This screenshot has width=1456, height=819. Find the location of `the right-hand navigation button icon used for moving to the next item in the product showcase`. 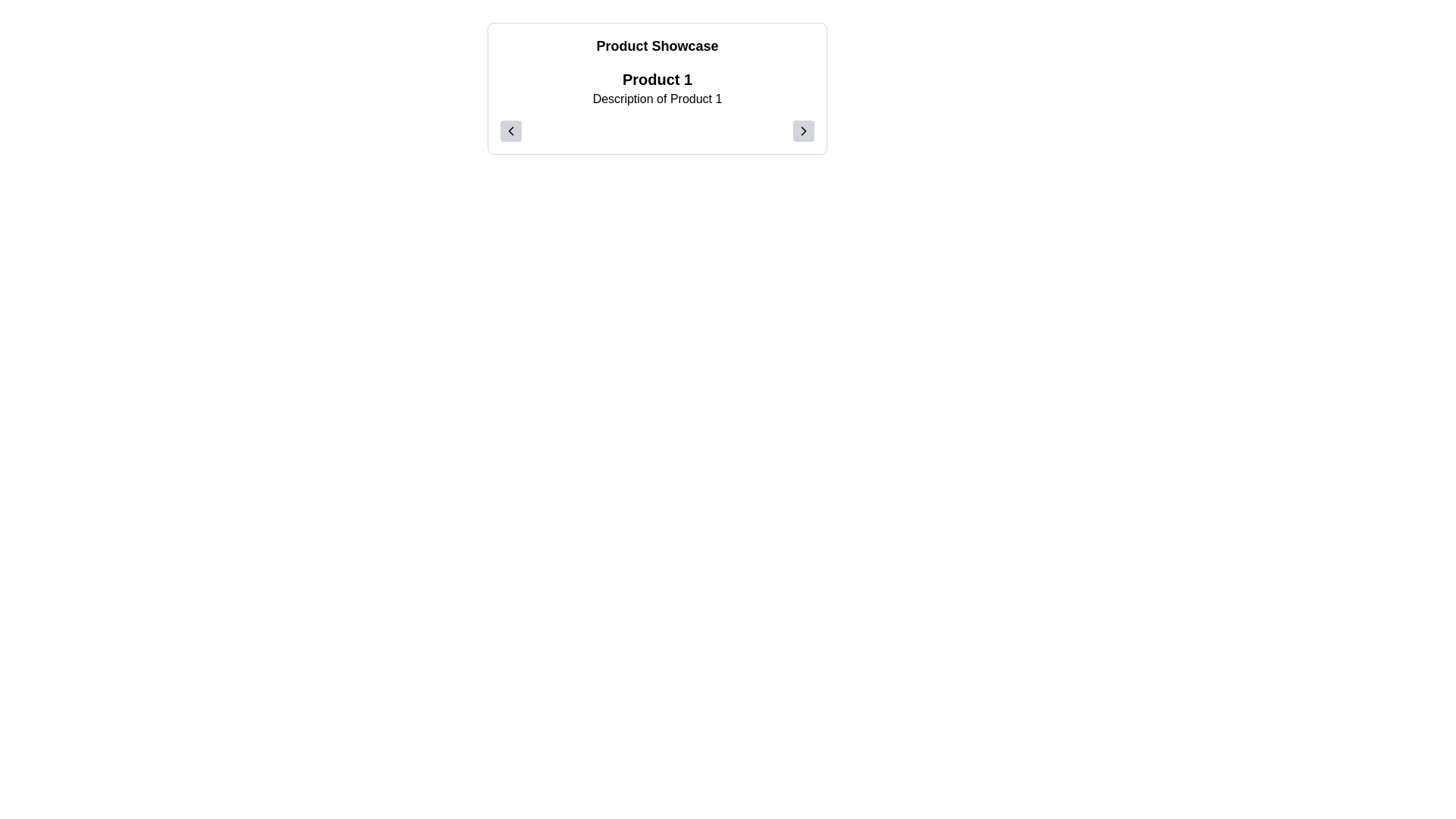

the right-hand navigation button icon used for moving to the next item in the product showcase is located at coordinates (803, 130).